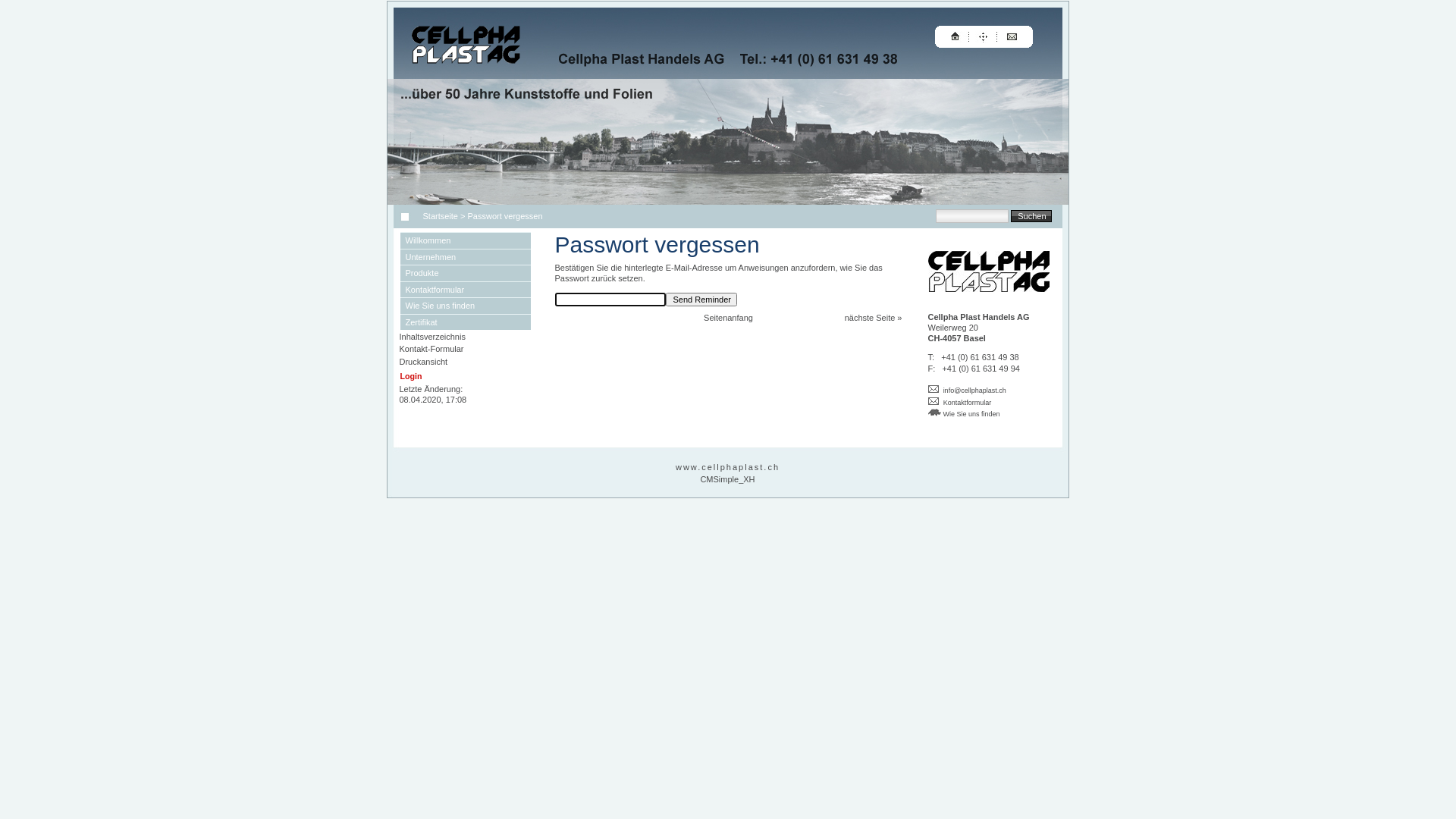  I want to click on 'Startseite', so click(438, 216).